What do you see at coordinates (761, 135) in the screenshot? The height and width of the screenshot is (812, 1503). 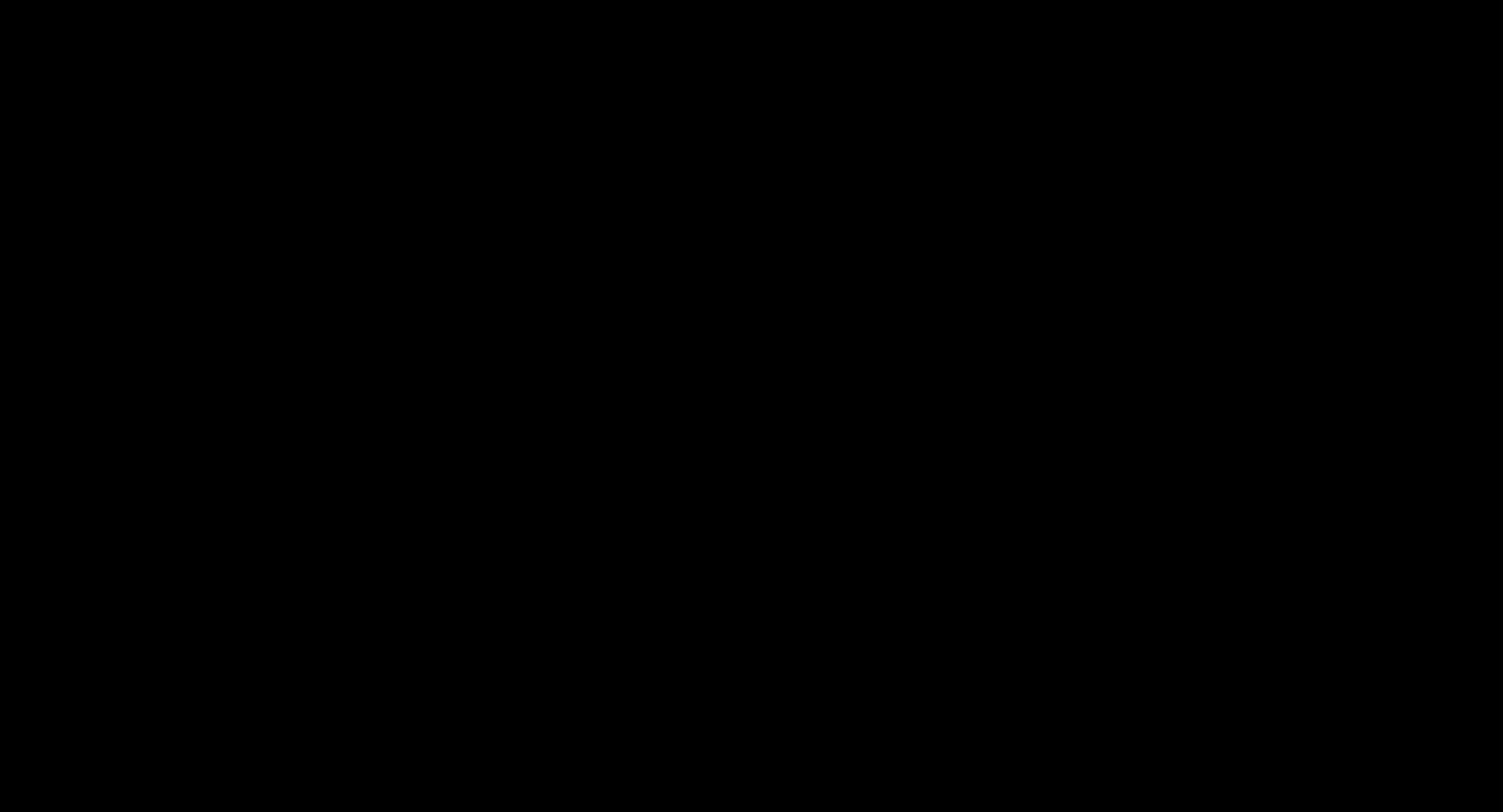 I see `'June 2007) …And now, thanks to my friend Sophie (who got me up there), here are some pics I took of what the view from the top of Centre Point Tower looks like! We couldn't actually sit on the roof like Charlie and Jack do in'` at bounding box center [761, 135].